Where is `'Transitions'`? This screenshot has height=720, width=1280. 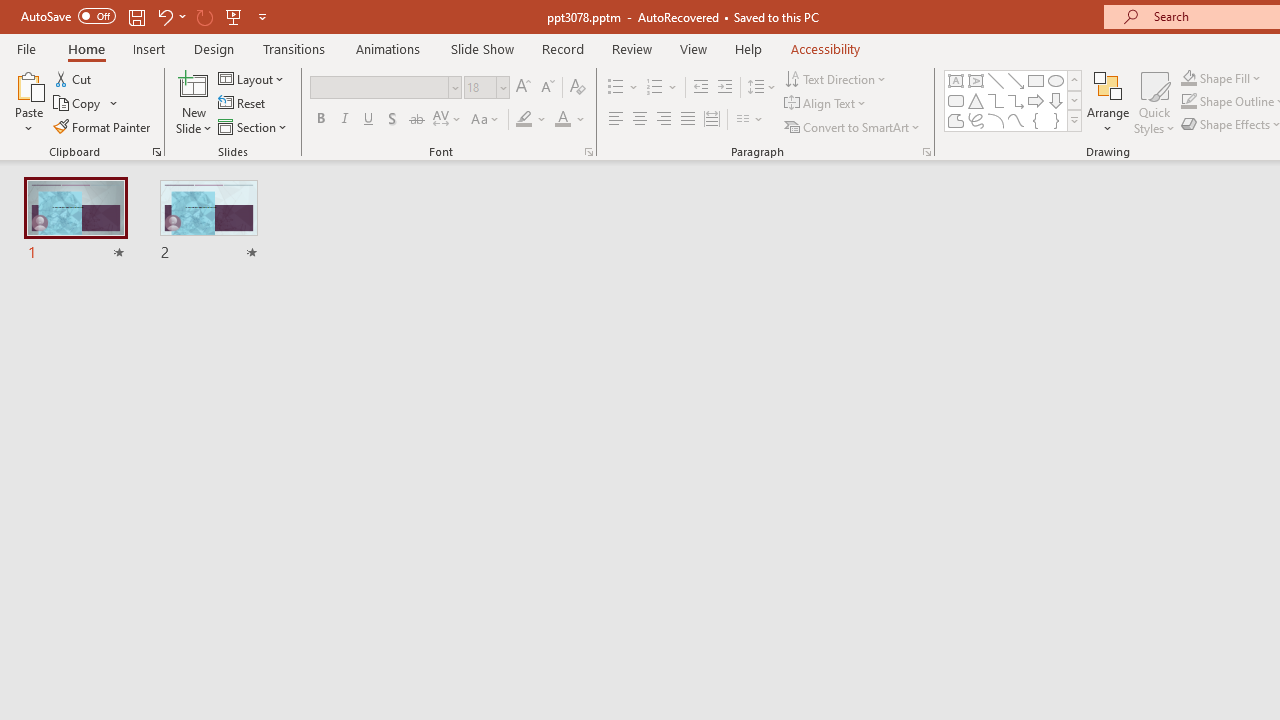
'Transitions' is located at coordinates (294, 48).